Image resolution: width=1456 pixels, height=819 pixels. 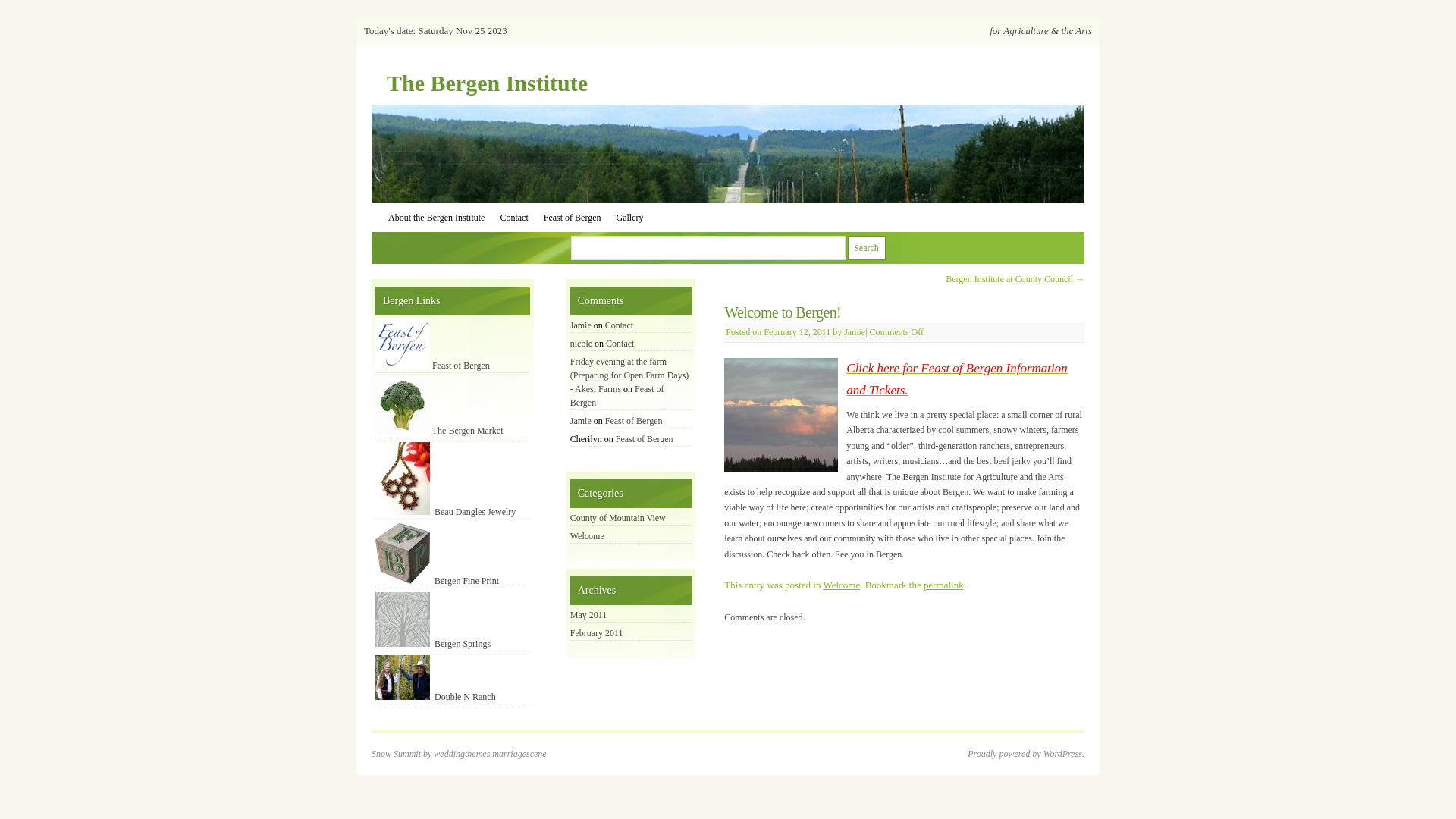 I want to click on 'weddingthemes.marriagescene', so click(x=432, y=754).